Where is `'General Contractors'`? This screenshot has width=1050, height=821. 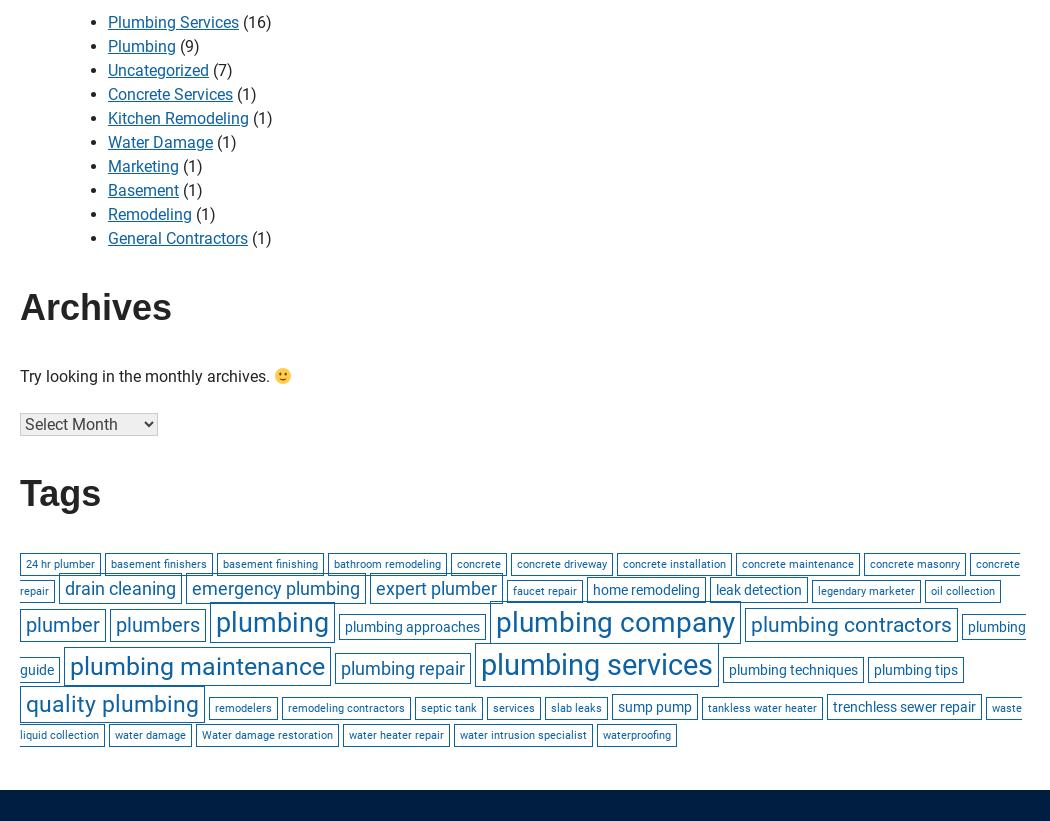
'General Contractors' is located at coordinates (177, 238).